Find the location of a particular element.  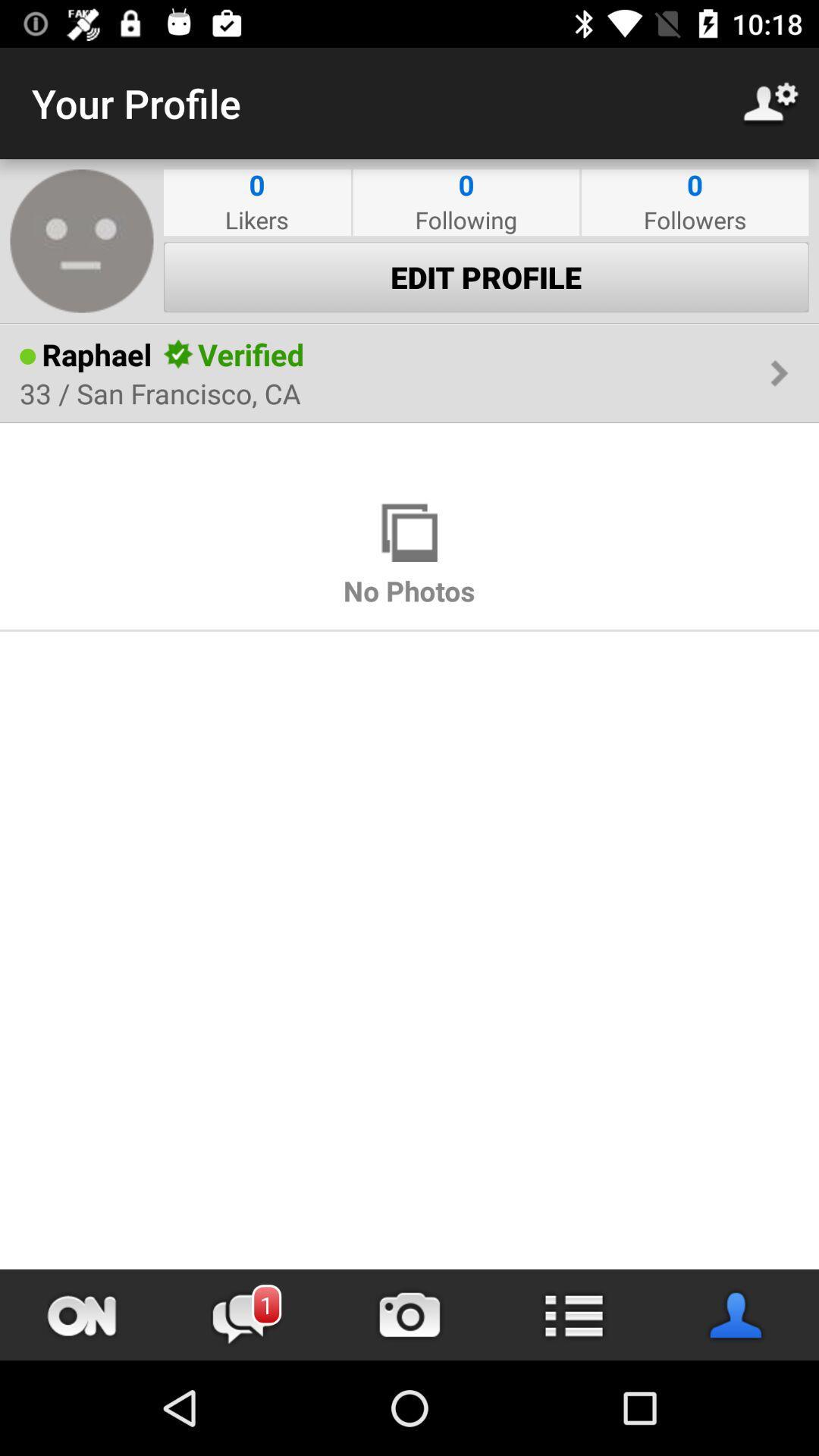

camera is located at coordinates (409, 1314).